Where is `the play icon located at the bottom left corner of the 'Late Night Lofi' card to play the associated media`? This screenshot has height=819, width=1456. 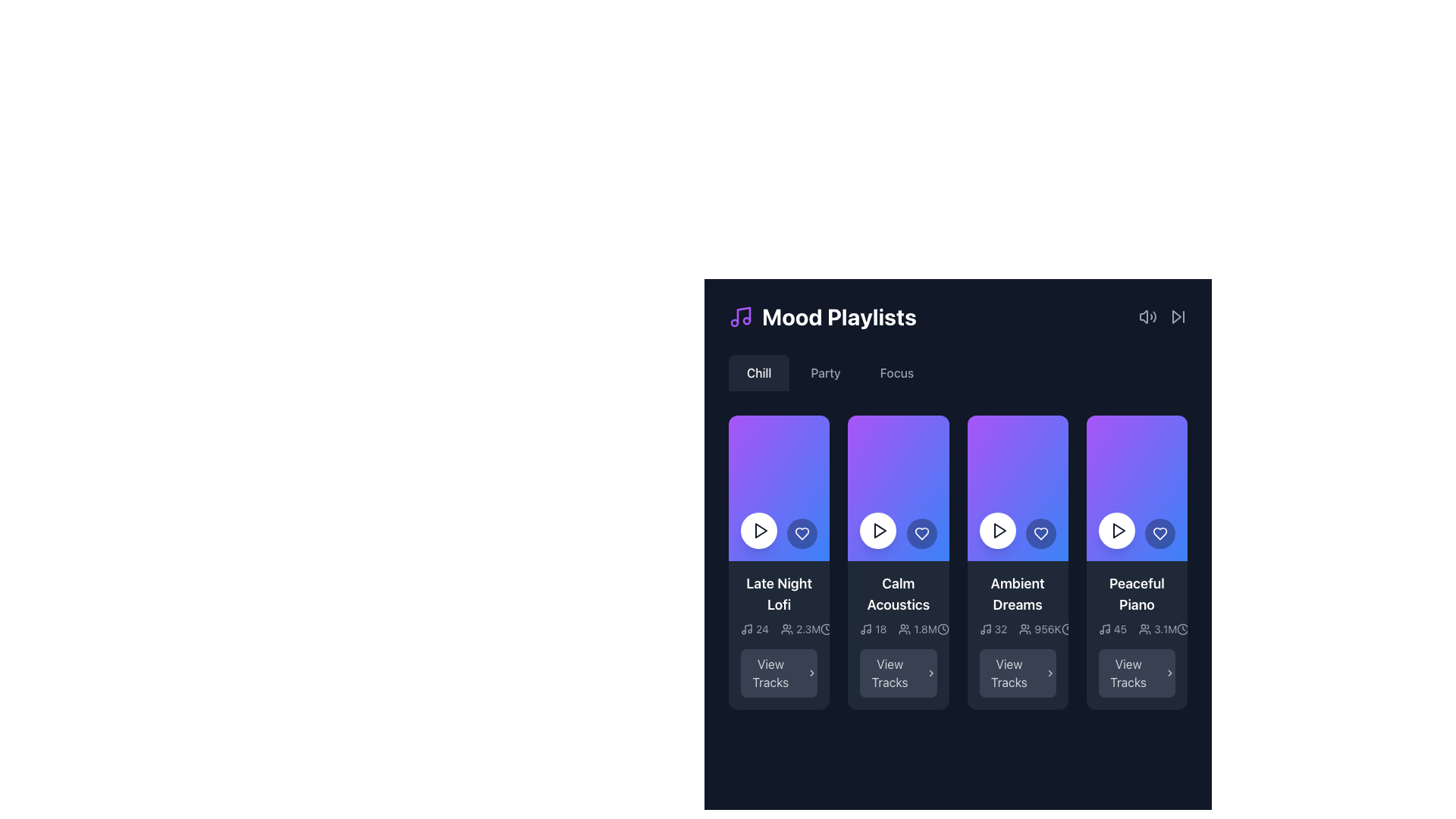
the play icon located at the bottom left corner of the 'Late Night Lofi' card to play the associated media is located at coordinates (761, 529).